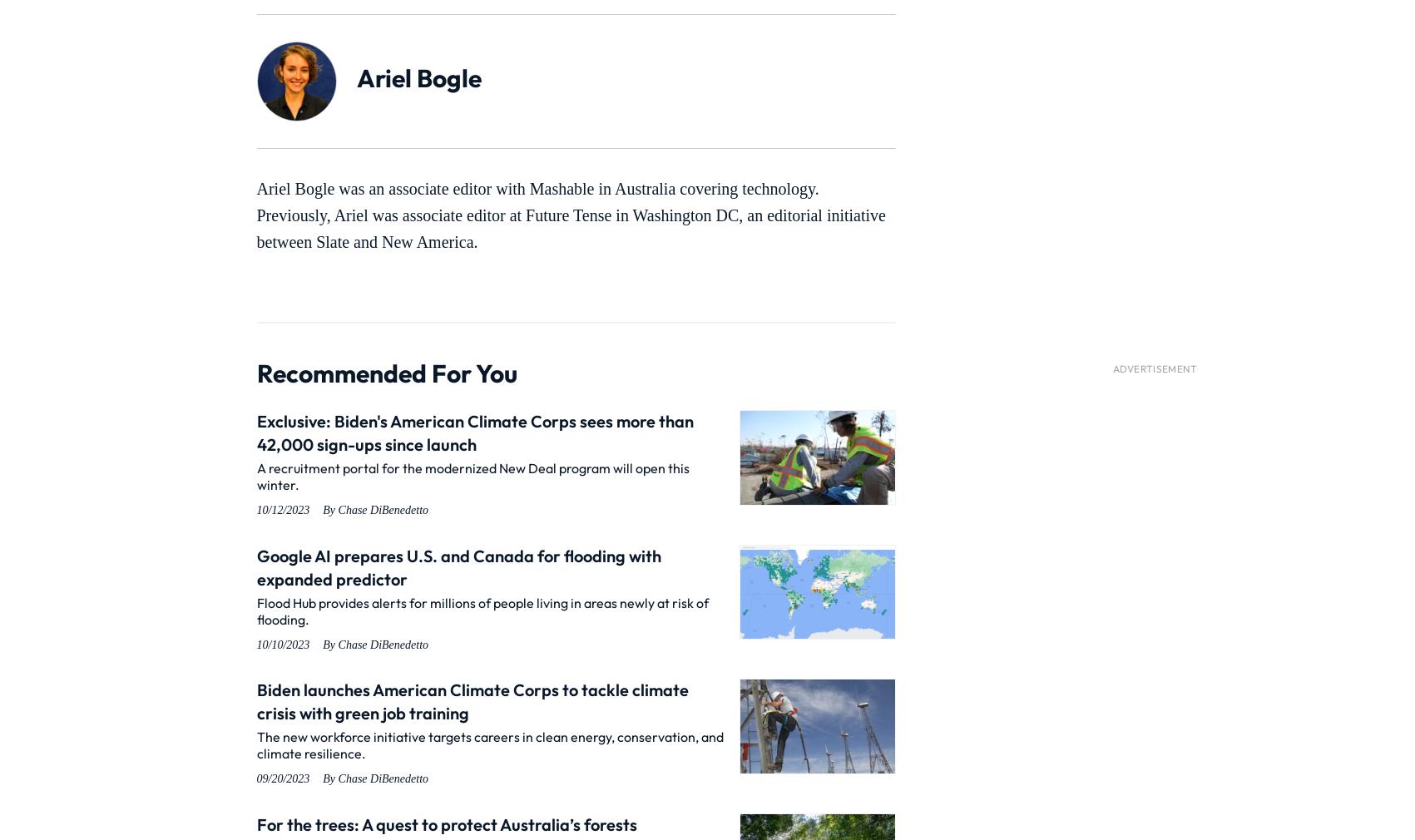 Image resolution: width=1415 pixels, height=840 pixels. Describe the element at coordinates (474, 432) in the screenshot. I see `'Exclusive: Biden's American Climate Corps sees more than 42,000 sign-ups since launch'` at that location.